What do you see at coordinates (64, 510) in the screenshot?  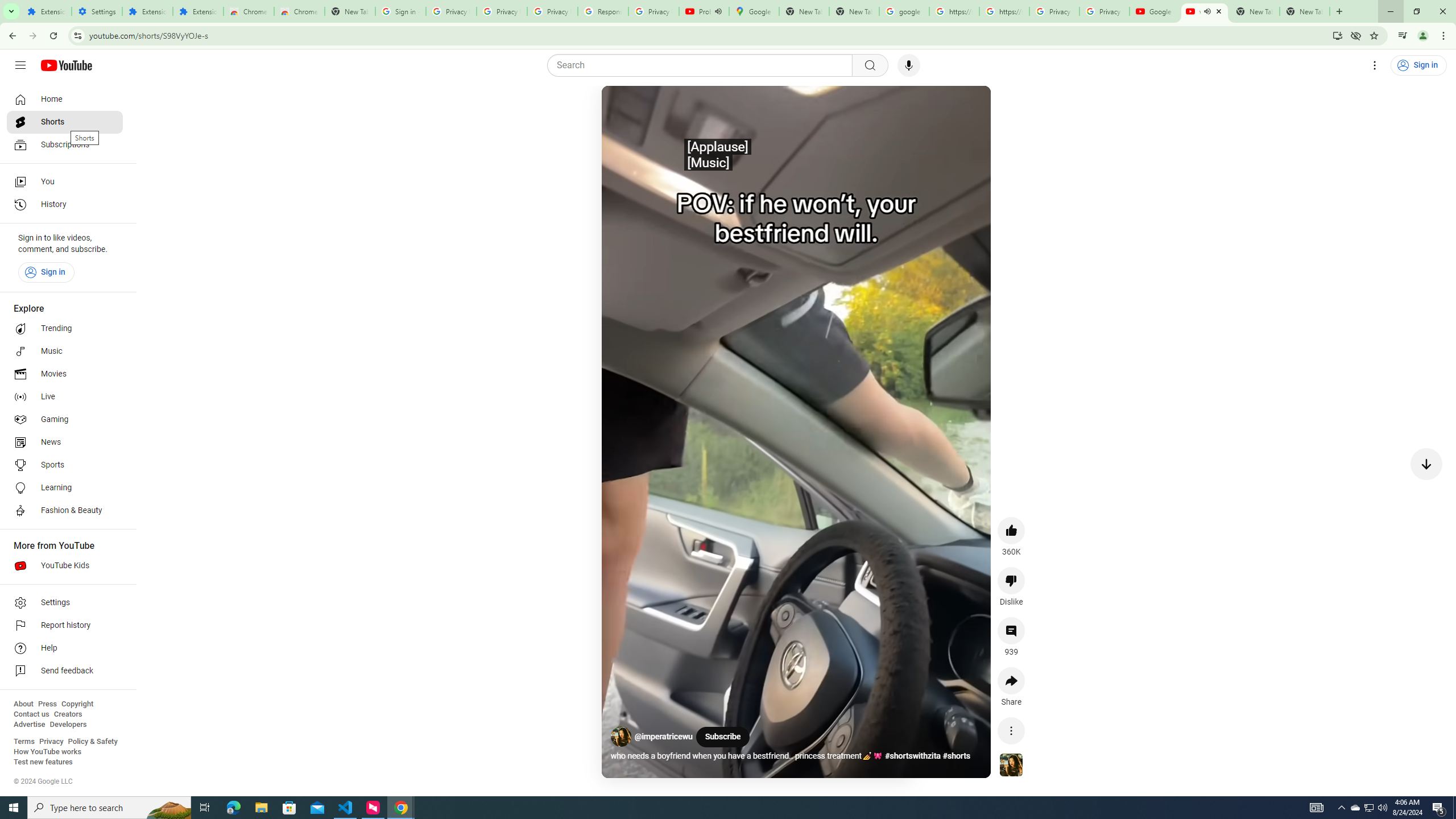 I see `'Fashion & Beauty'` at bounding box center [64, 510].